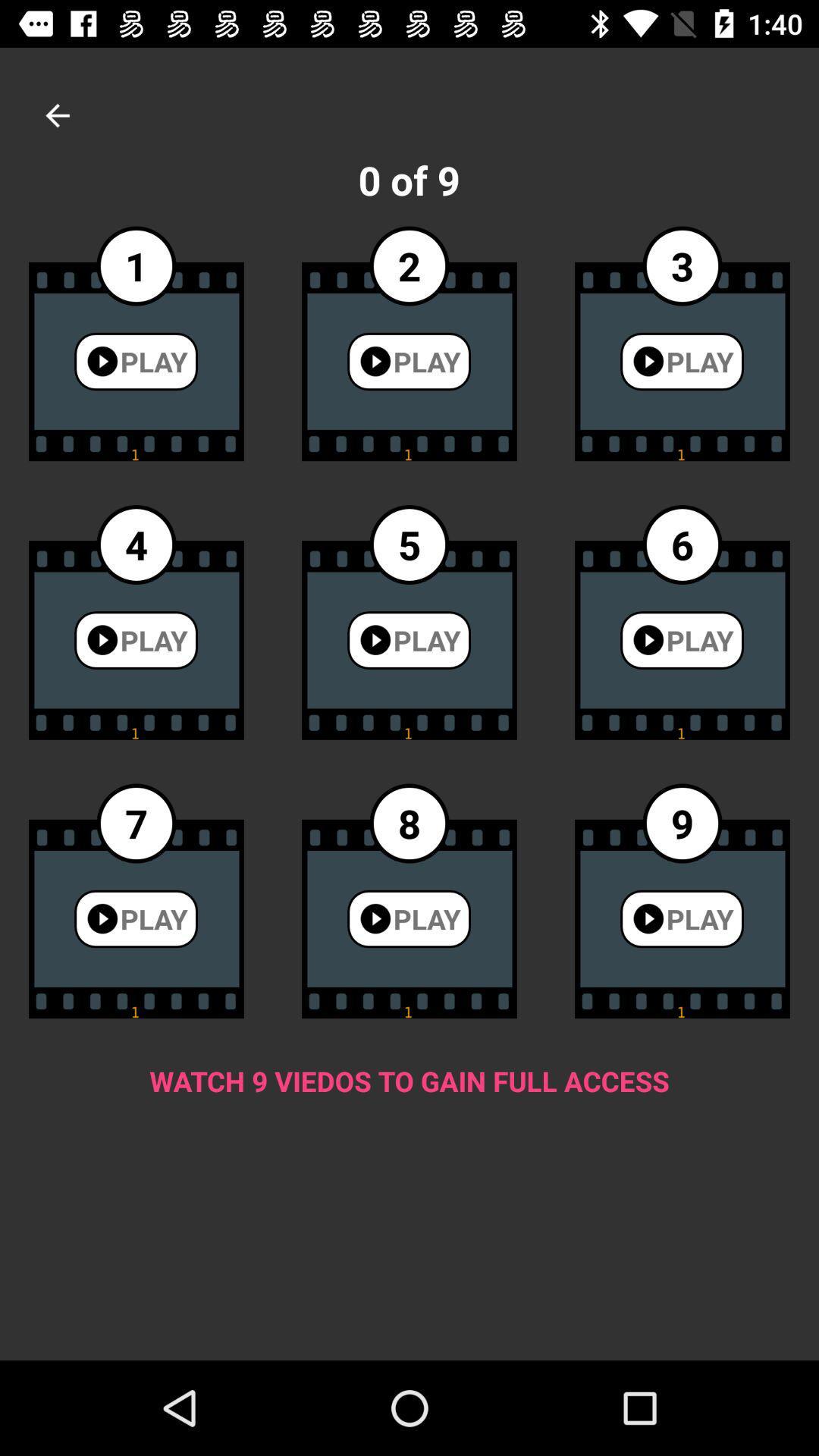 The height and width of the screenshot is (1456, 819). Describe the element at coordinates (57, 115) in the screenshot. I see `icon to the left of 0 of 9 item` at that location.